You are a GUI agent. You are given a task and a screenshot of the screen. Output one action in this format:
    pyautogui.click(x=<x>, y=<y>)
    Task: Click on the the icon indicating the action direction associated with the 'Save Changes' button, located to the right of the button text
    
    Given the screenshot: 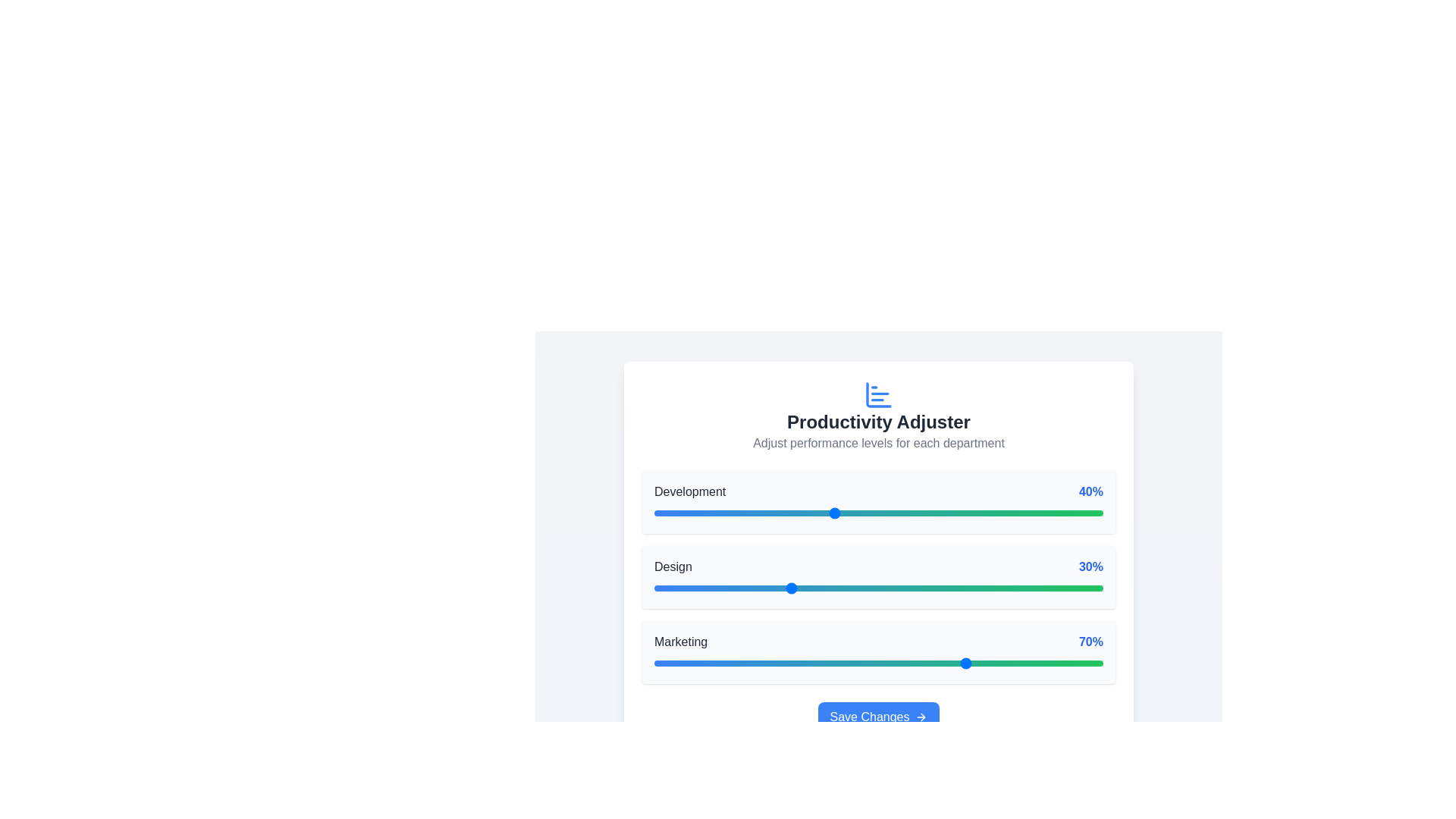 What is the action you would take?
    pyautogui.click(x=922, y=717)
    